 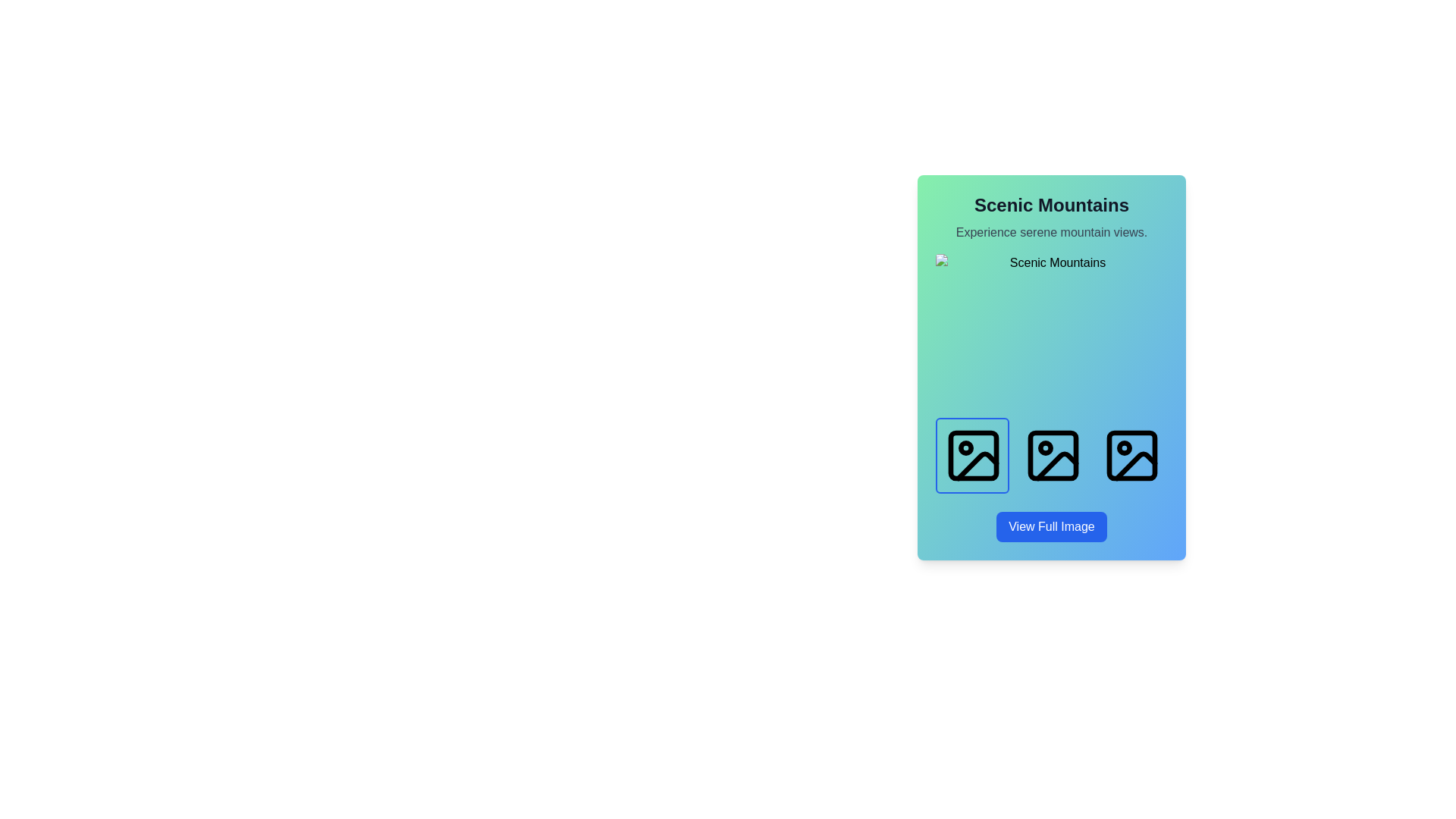 What do you see at coordinates (1125, 447) in the screenshot?
I see `the marked state of the indicator located in the bottom-right corner of the third icon from the left in a horizontal row of image icons` at bounding box center [1125, 447].